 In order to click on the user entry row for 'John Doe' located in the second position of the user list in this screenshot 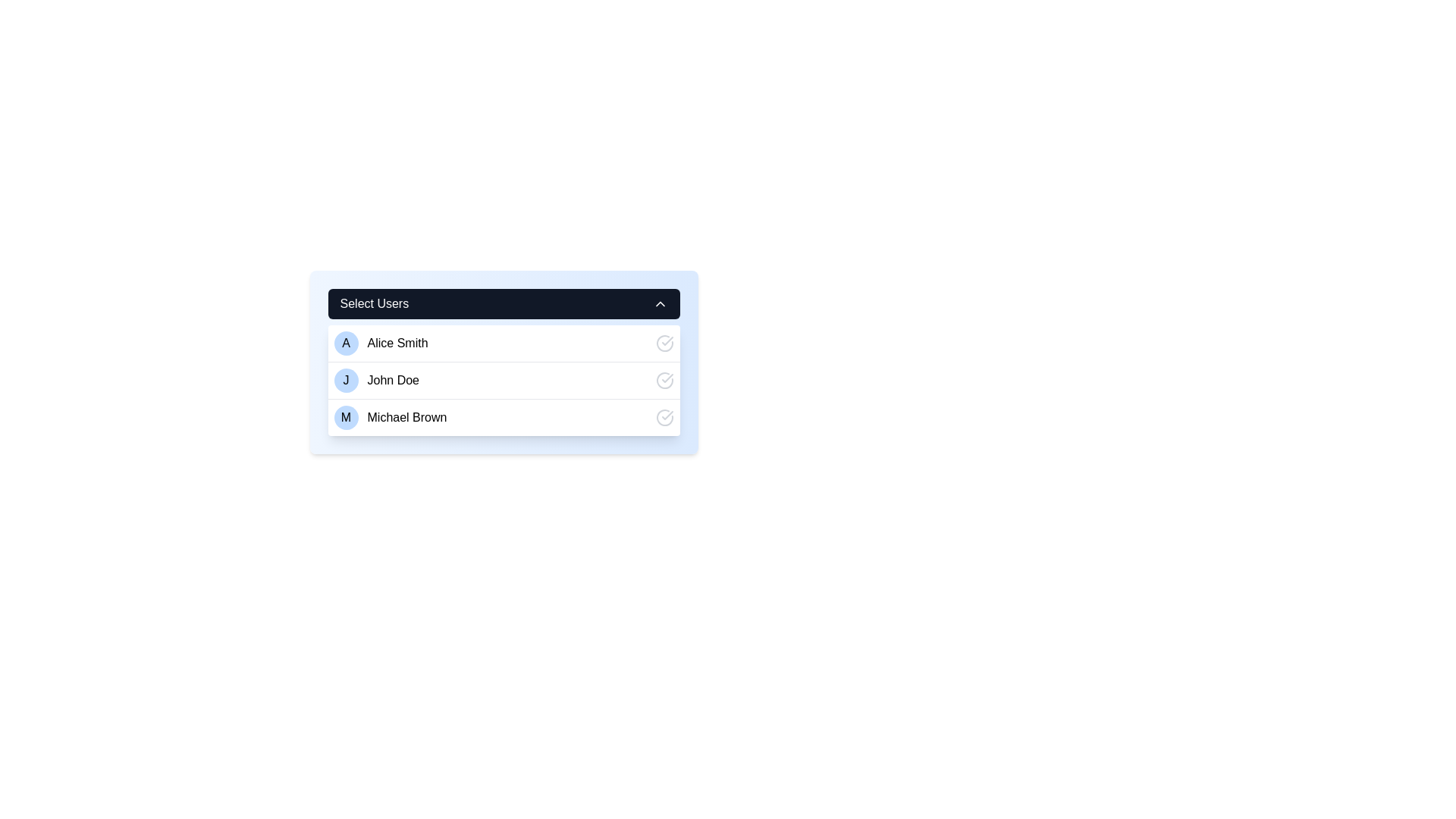, I will do `click(376, 379)`.